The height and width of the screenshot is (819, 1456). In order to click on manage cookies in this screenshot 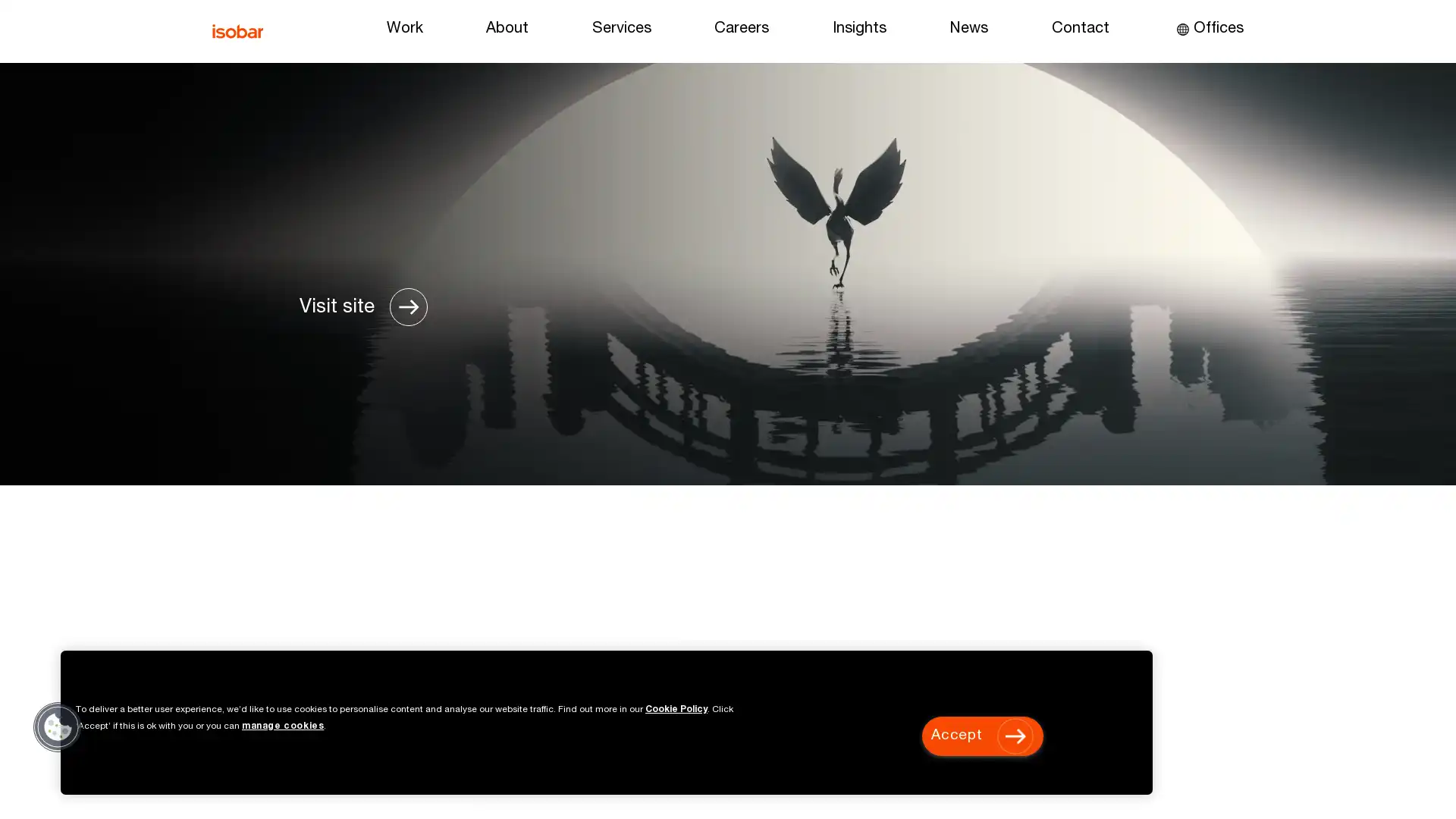, I will do `click(283, 726)`.